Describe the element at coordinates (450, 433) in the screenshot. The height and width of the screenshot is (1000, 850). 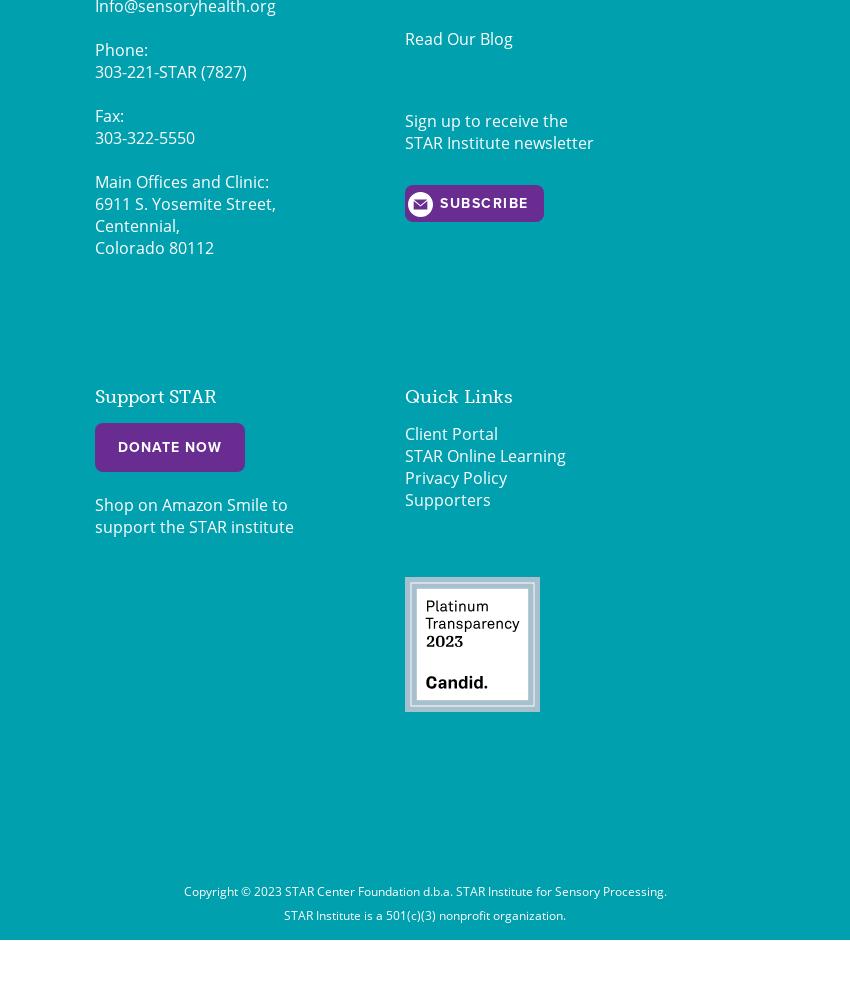
I see `'Client Portal'` at that location.